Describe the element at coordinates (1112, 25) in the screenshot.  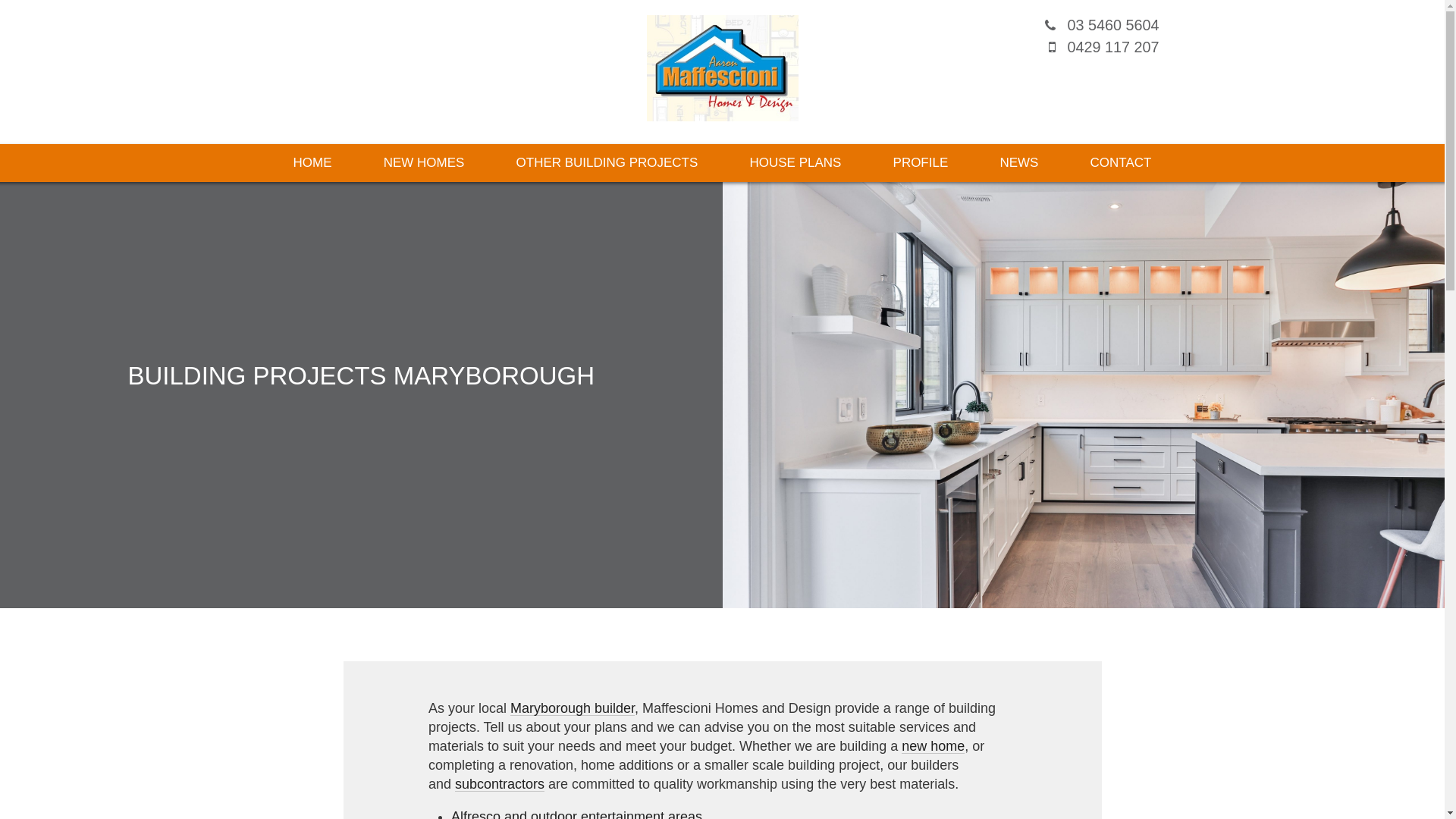
I see `'03 5460 5604'` at that location.